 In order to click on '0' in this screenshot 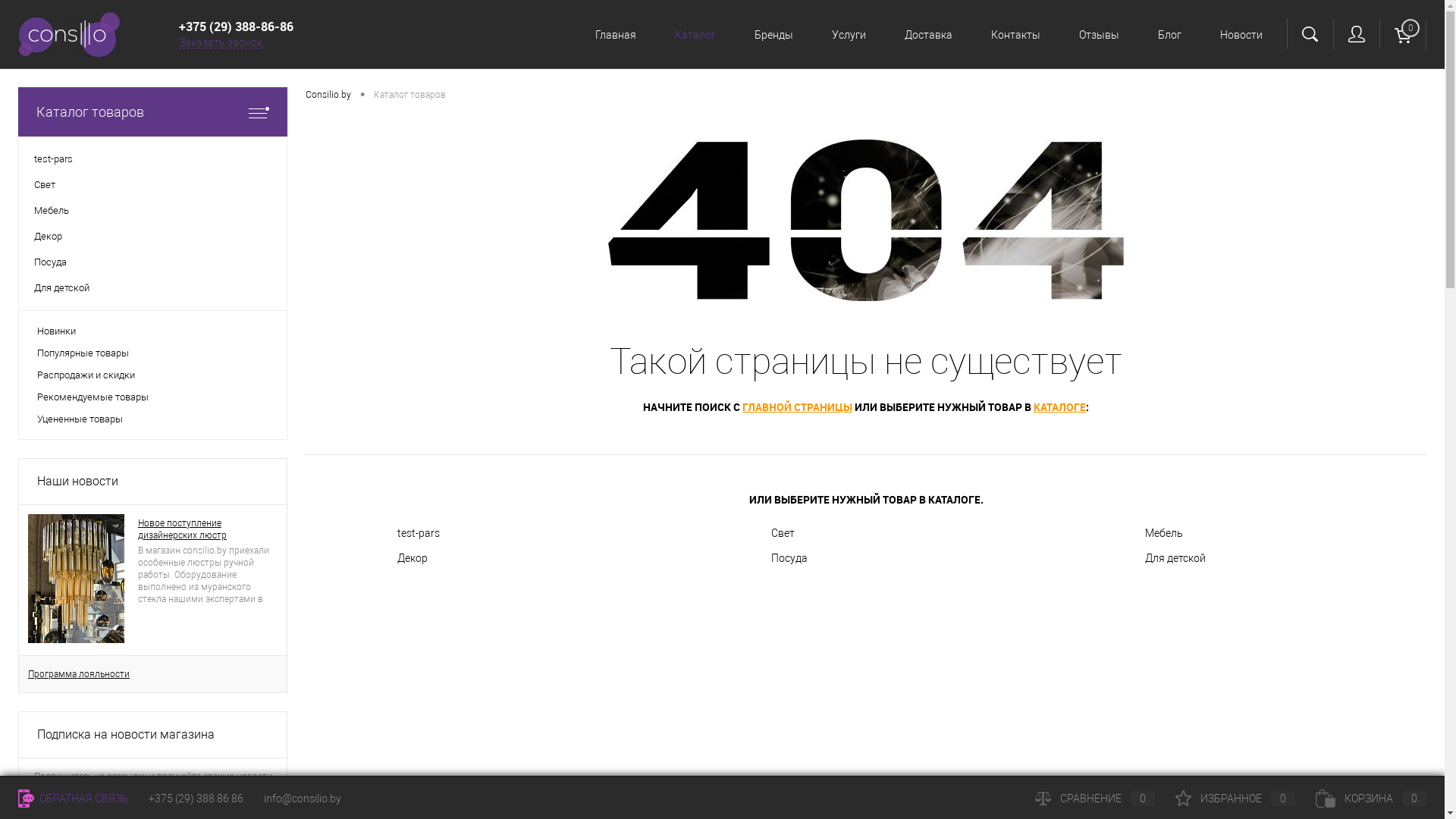, I will do `click(1401, 34)`.